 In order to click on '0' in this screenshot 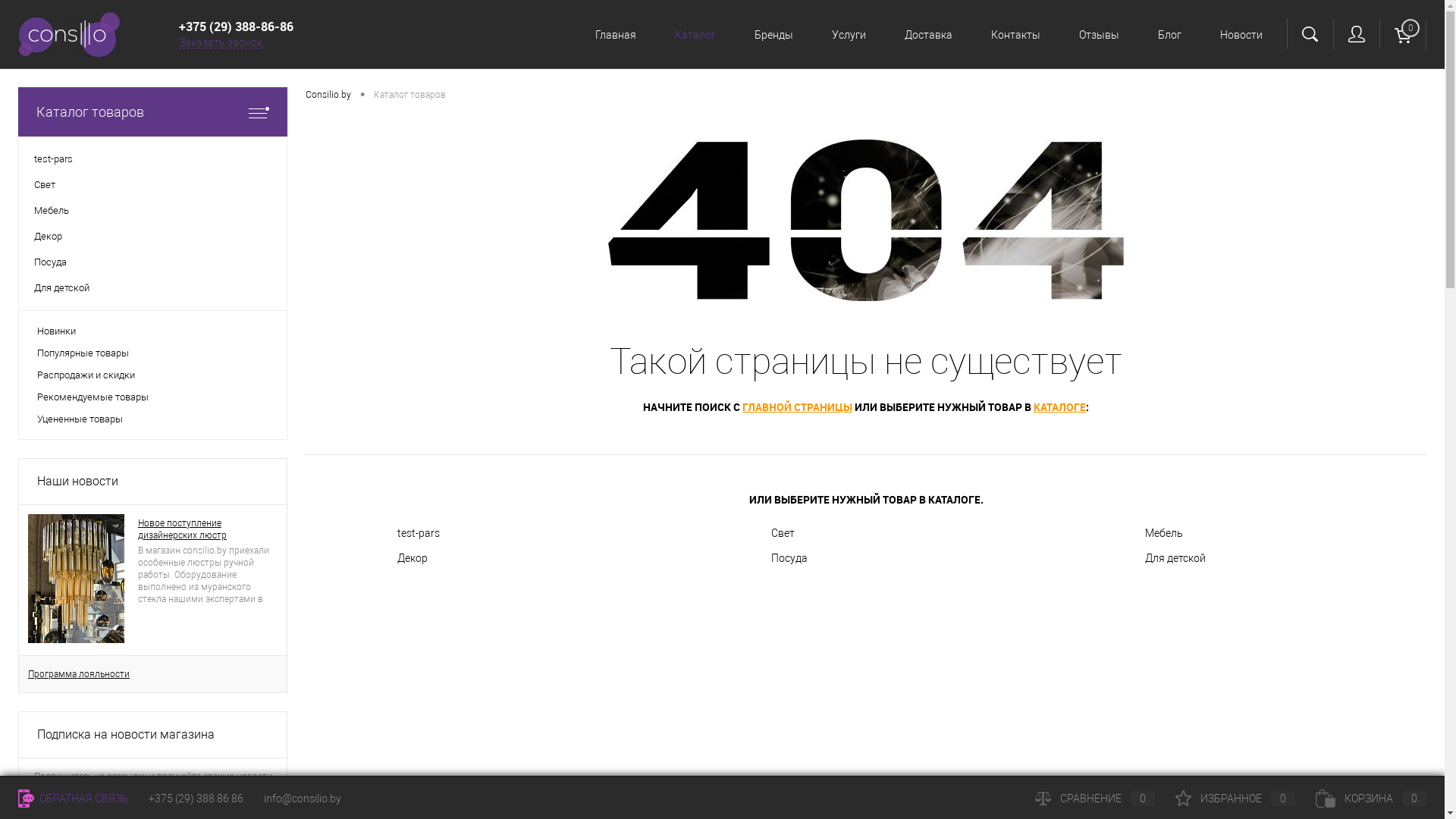, I will do `click(1401, 34)`.